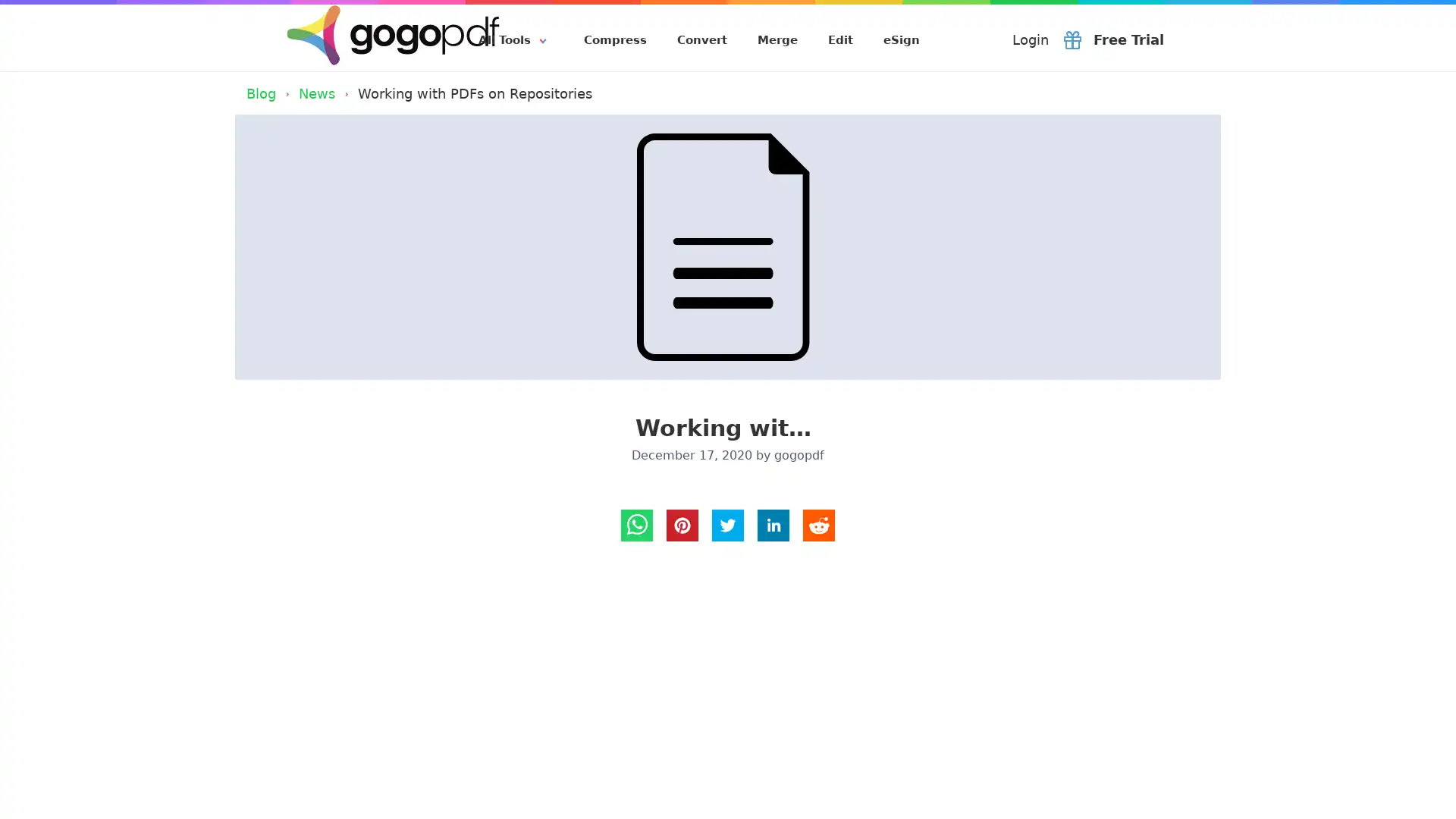 The width and height of the screenshot is (1456, 819). What do you see at coordinates (315, 93) in the screenshot?
I see `News` at bounding box center [315, 93].